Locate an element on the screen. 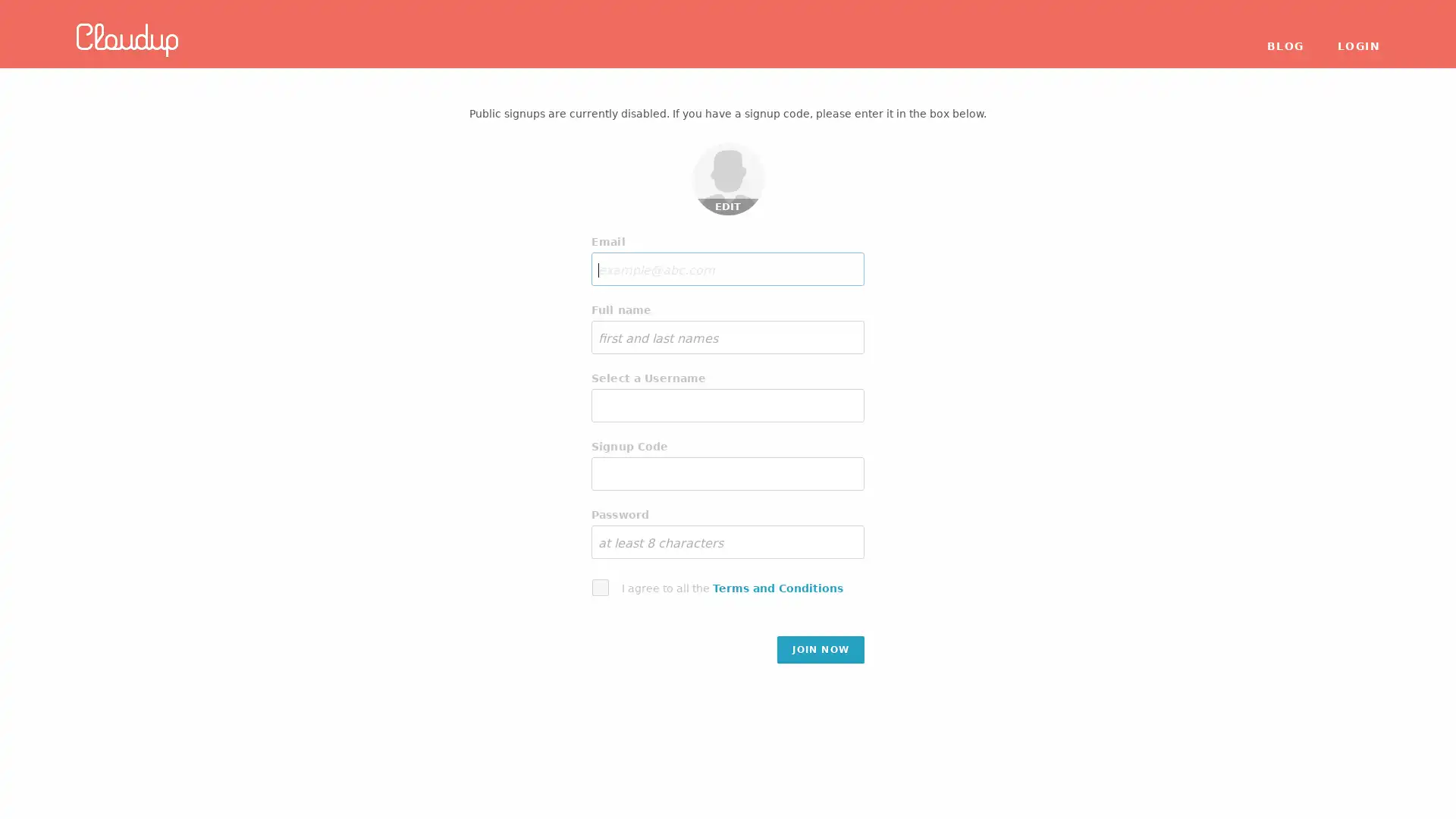 This screenshot has width=1456, height=819. Choose File is located at coordinates (730, 154).